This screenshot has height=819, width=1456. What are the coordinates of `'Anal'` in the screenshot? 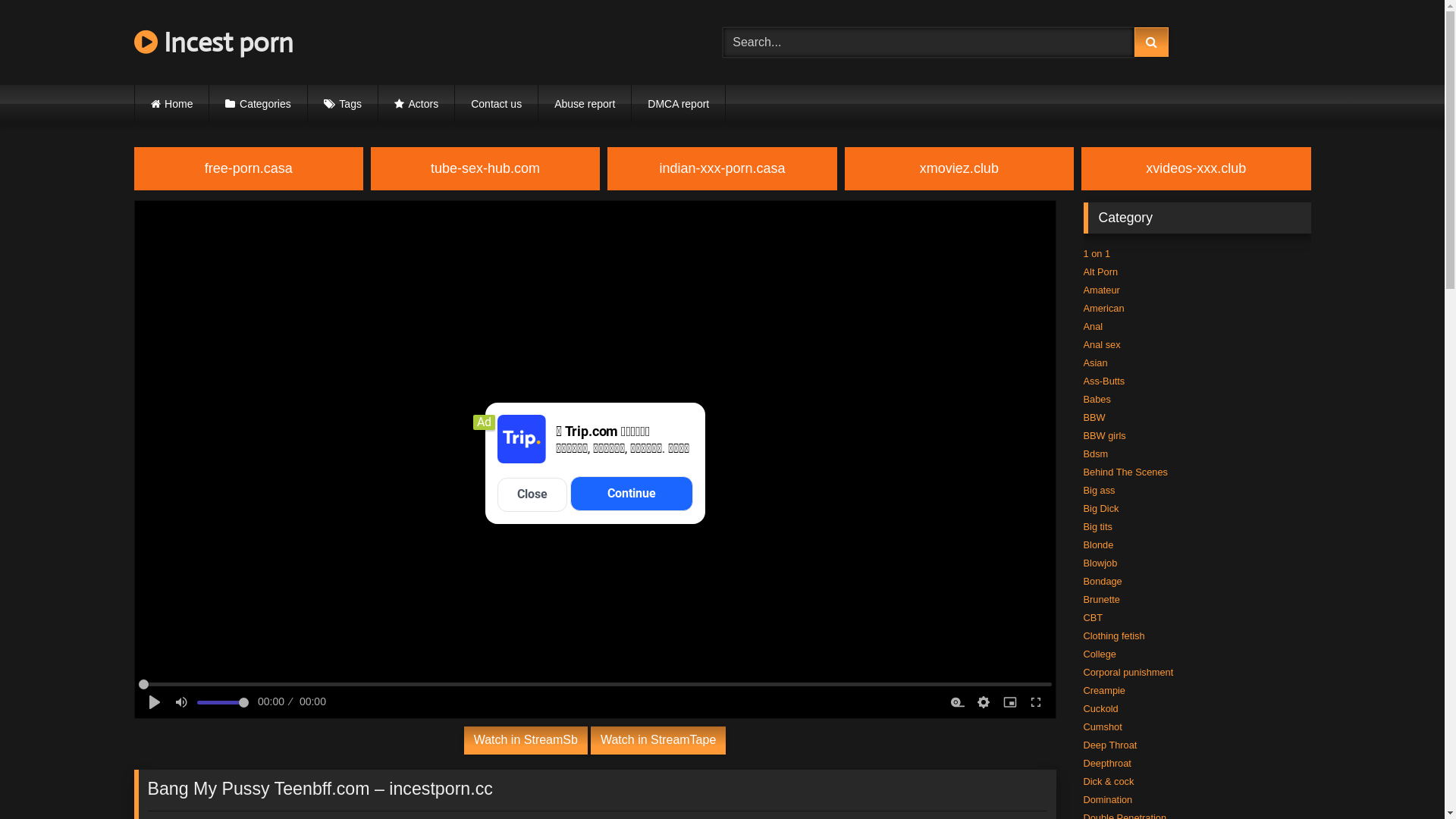 It's located at (1092, 325).